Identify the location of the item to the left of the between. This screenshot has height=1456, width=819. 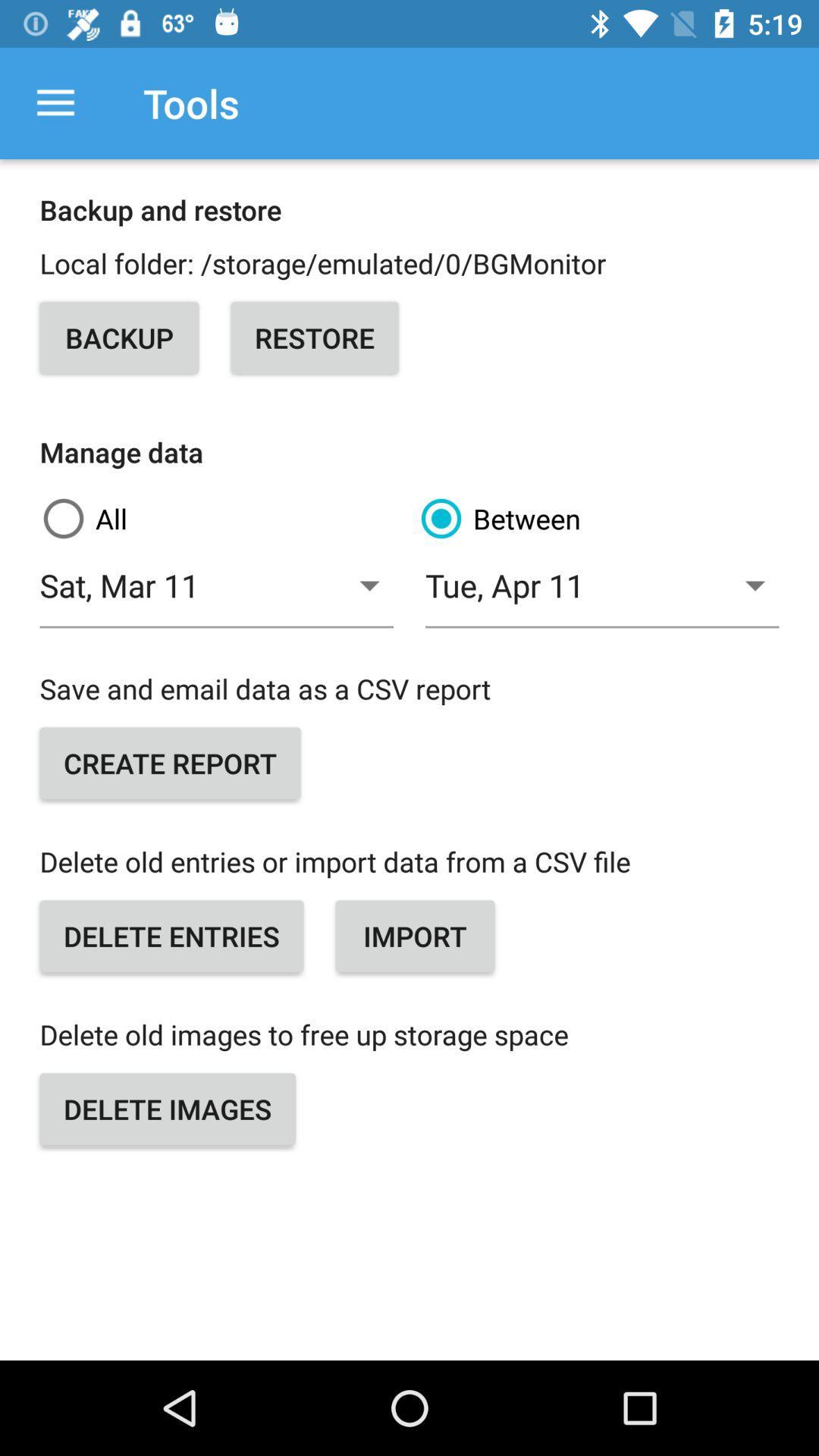
(220, 519).